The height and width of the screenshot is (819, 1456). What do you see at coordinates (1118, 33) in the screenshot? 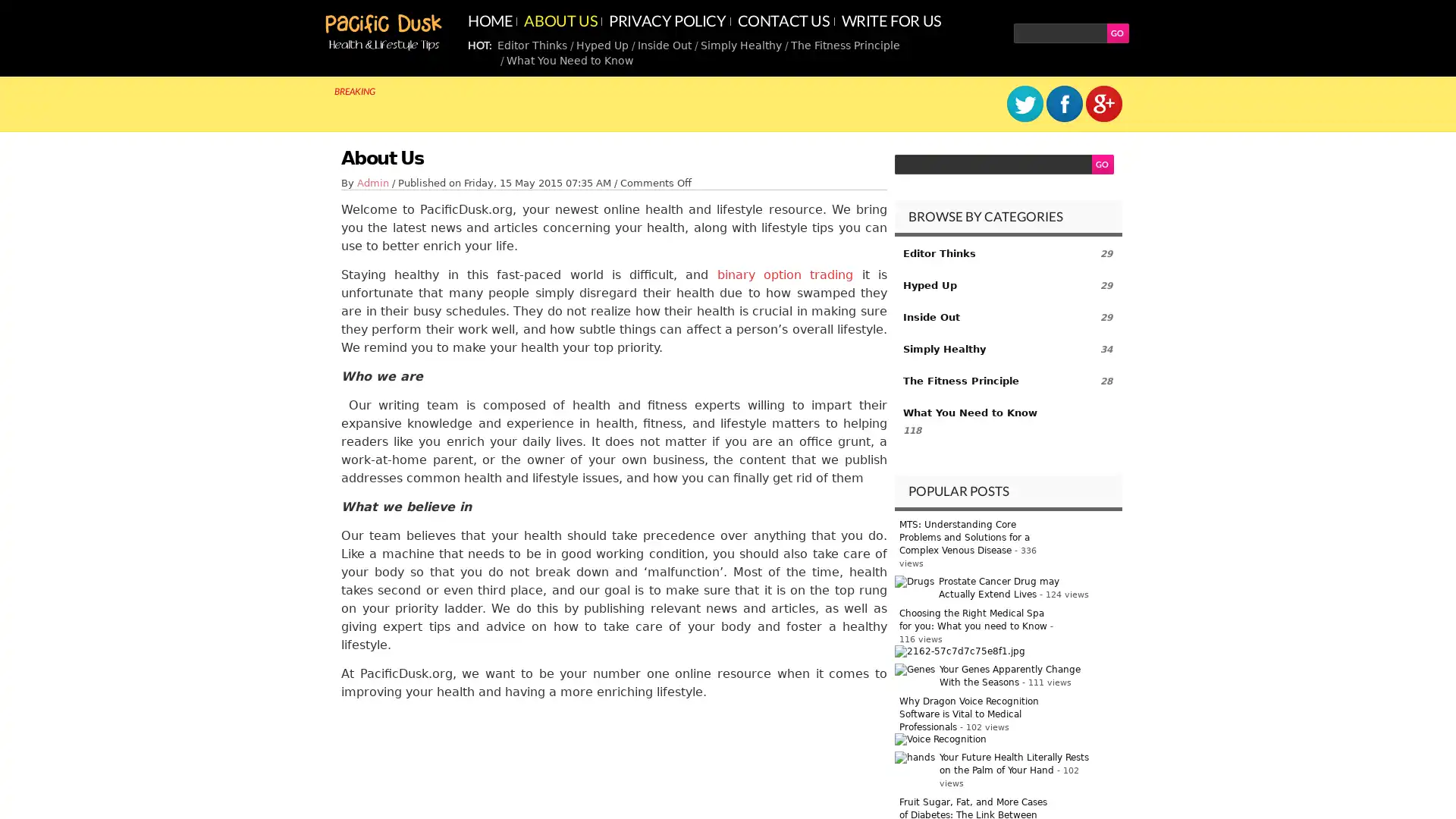
I see `GO` at bounding box center [1118, 33].